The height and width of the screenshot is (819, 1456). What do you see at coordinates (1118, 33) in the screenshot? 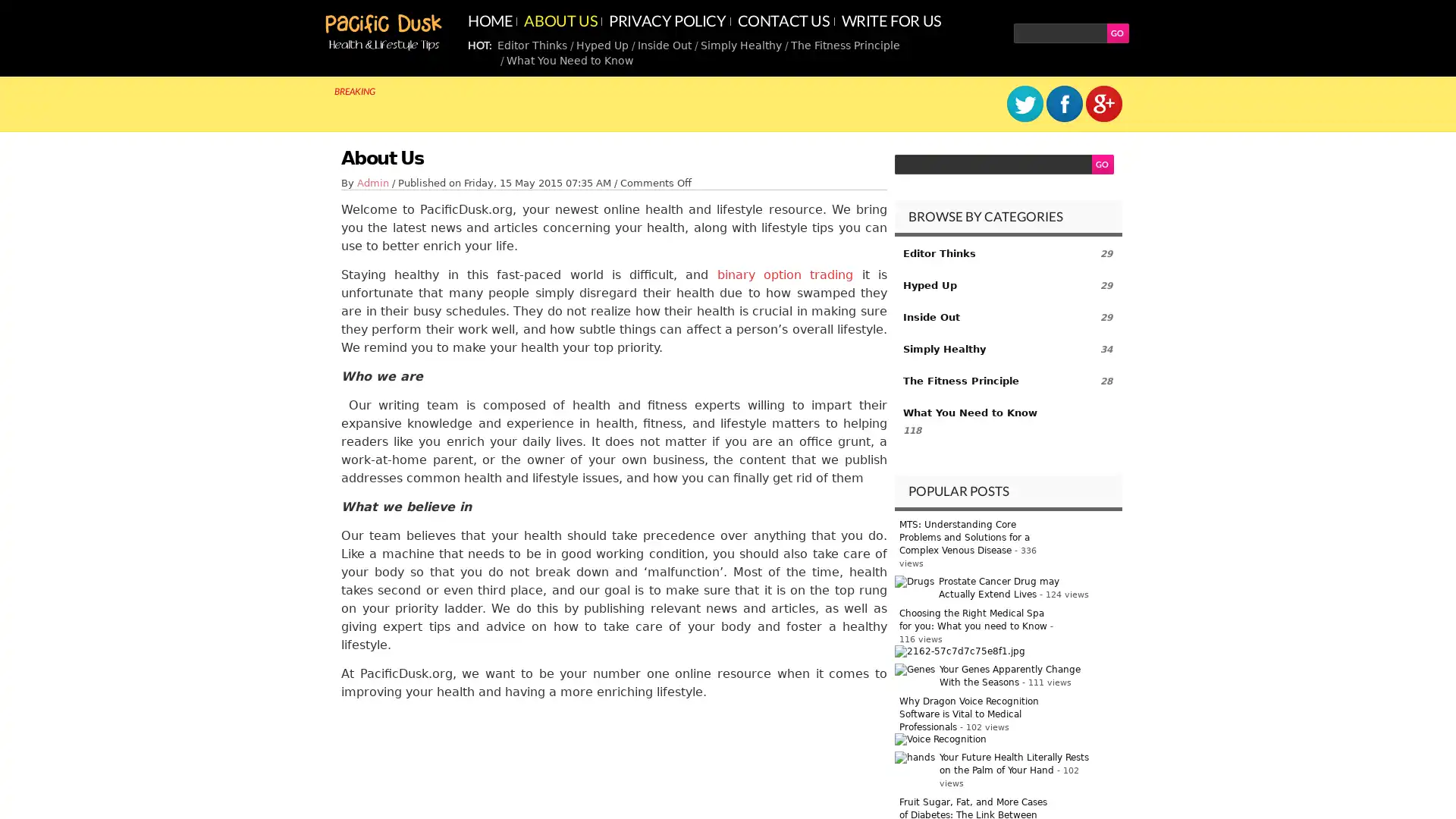
I see `GO` at bounding box center [1118, 33].